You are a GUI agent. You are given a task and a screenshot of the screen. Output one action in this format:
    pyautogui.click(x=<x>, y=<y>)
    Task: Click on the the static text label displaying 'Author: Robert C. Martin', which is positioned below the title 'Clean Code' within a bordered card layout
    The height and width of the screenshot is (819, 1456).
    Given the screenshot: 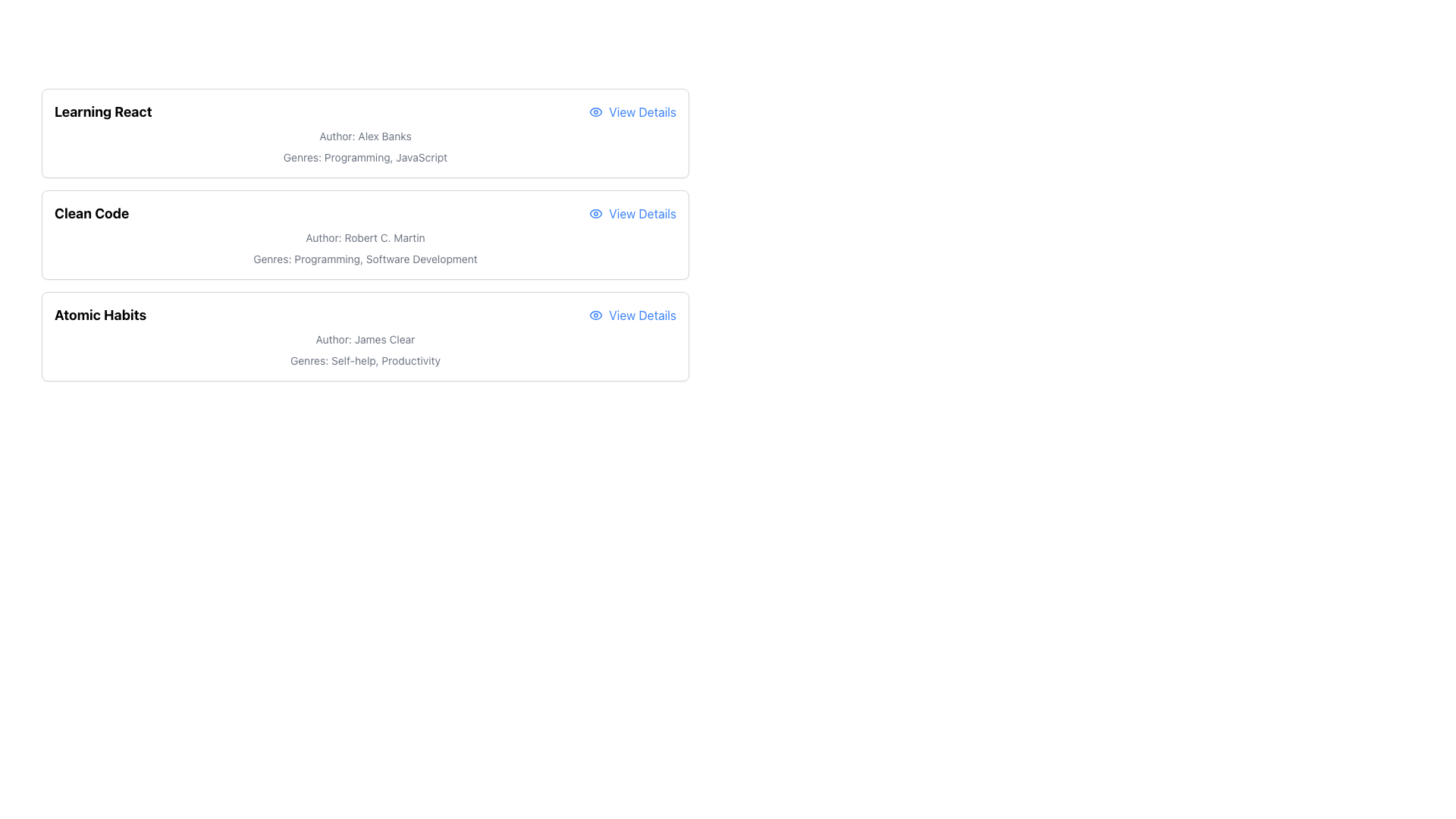 What is the action you would take?
    pyautogui.click(x=365, y=237)
    